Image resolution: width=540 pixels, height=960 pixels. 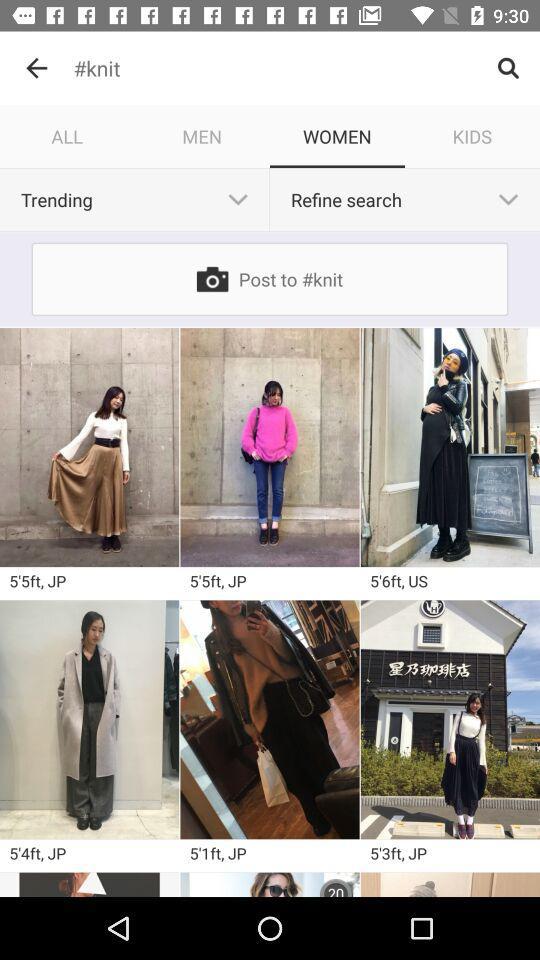 What do you see at coordinates (472, 135) in the screenshot?
I see `the kids item` at bounding box center [472, 135].